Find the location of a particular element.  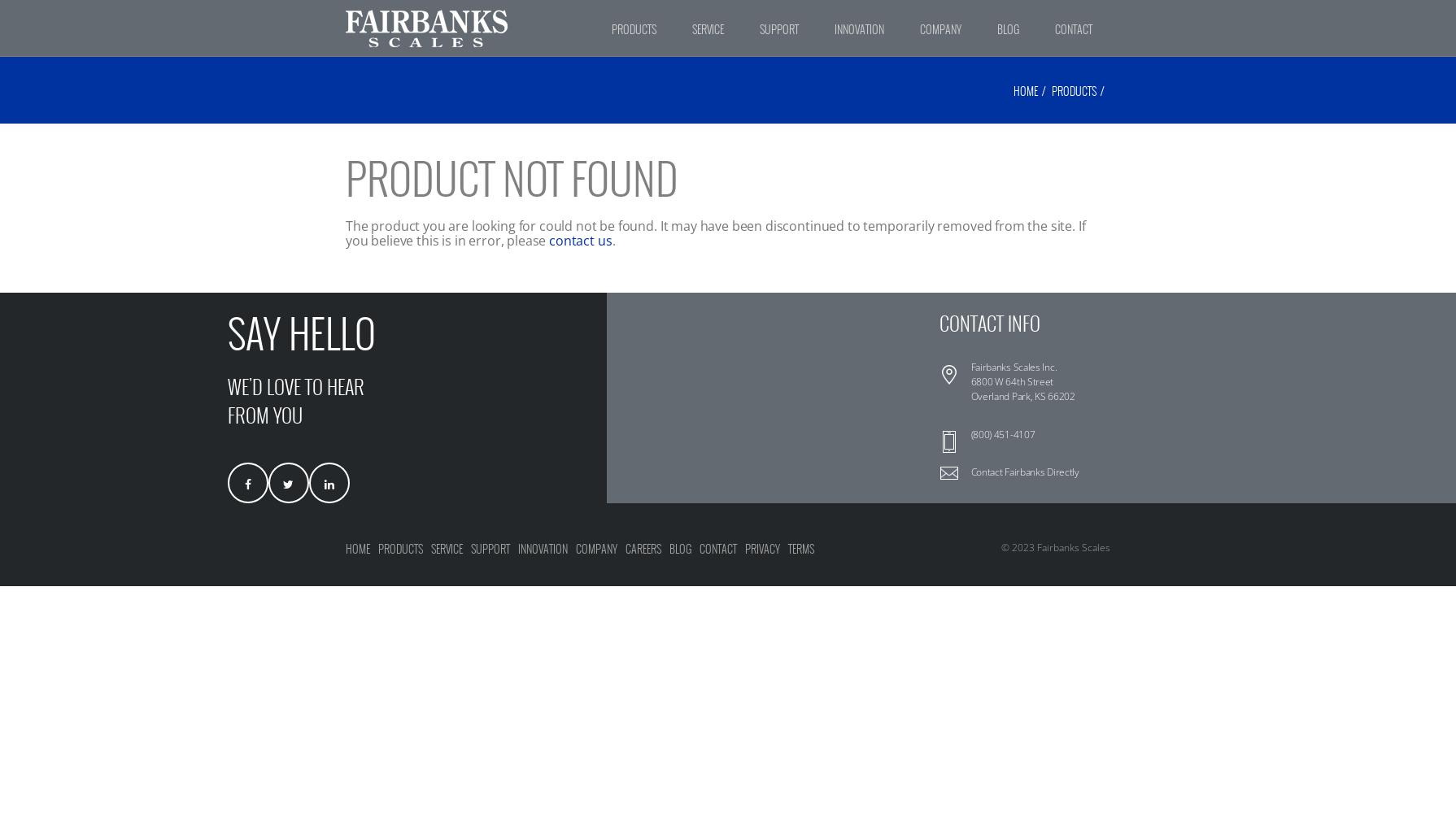

'Company' is located at coordinates (574, 549).